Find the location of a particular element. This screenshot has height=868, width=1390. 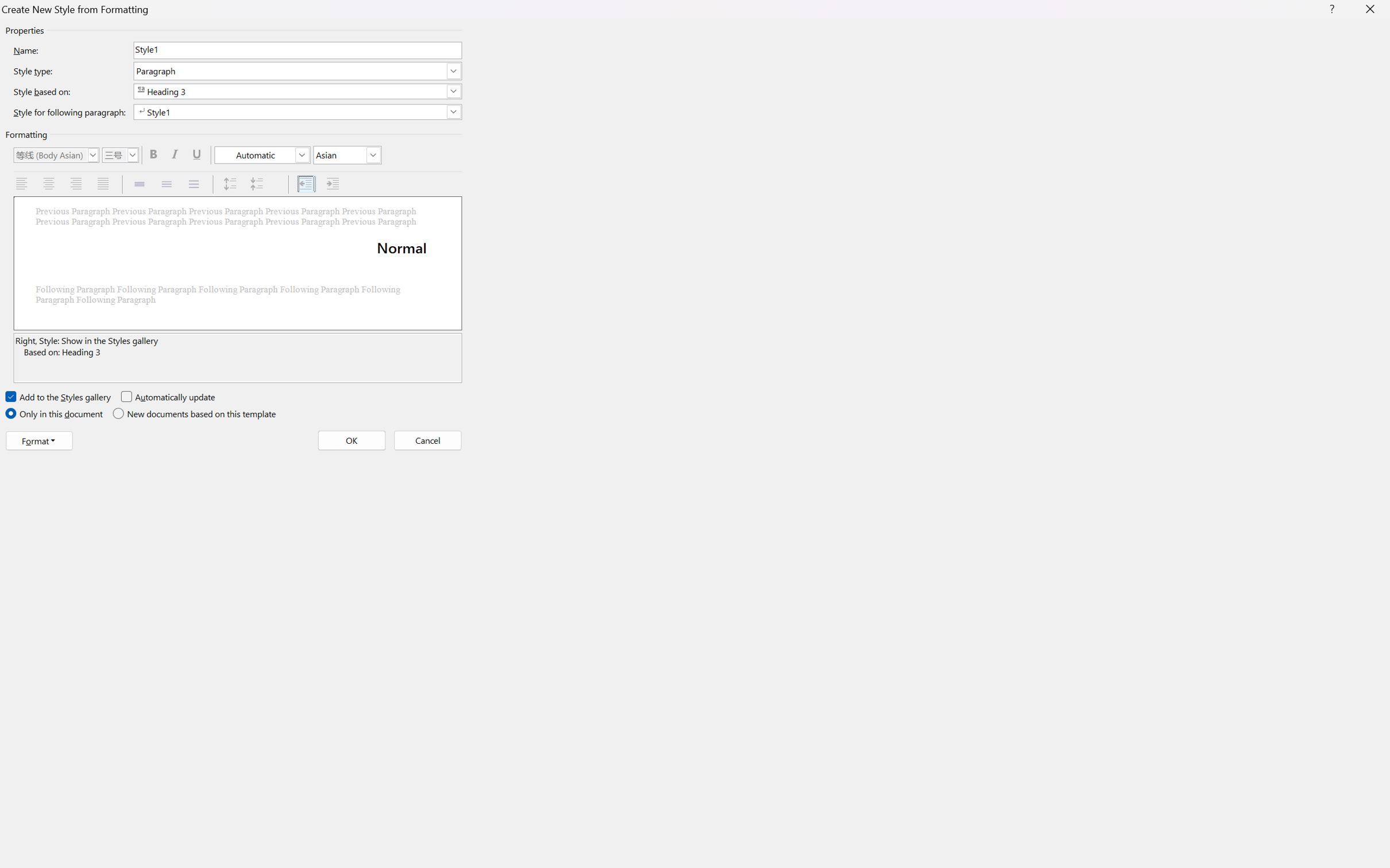

'Align Right' is located at coordinates (76, 184).